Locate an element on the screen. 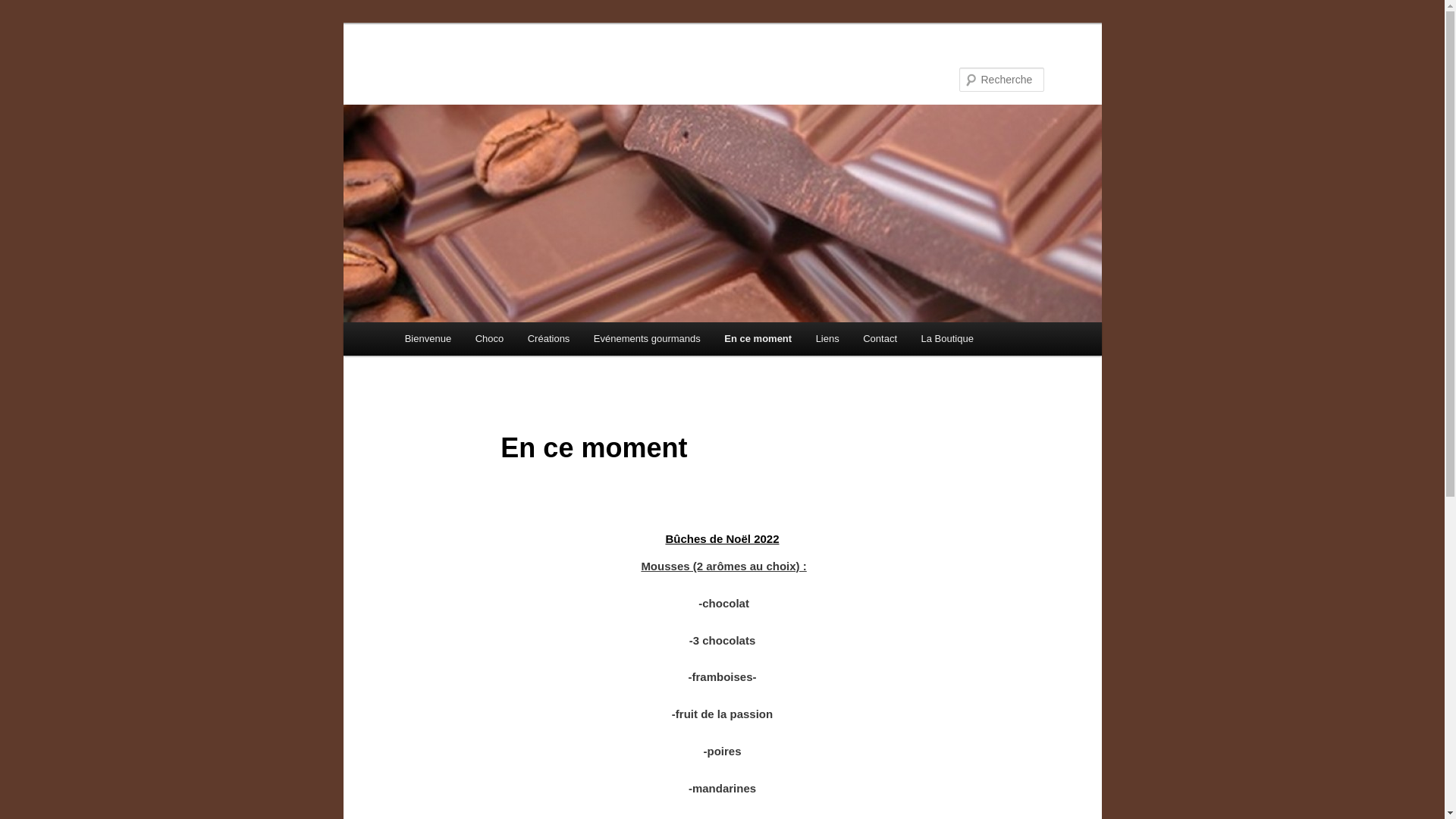  'En ce moment' is located at coordinates (712, 337).